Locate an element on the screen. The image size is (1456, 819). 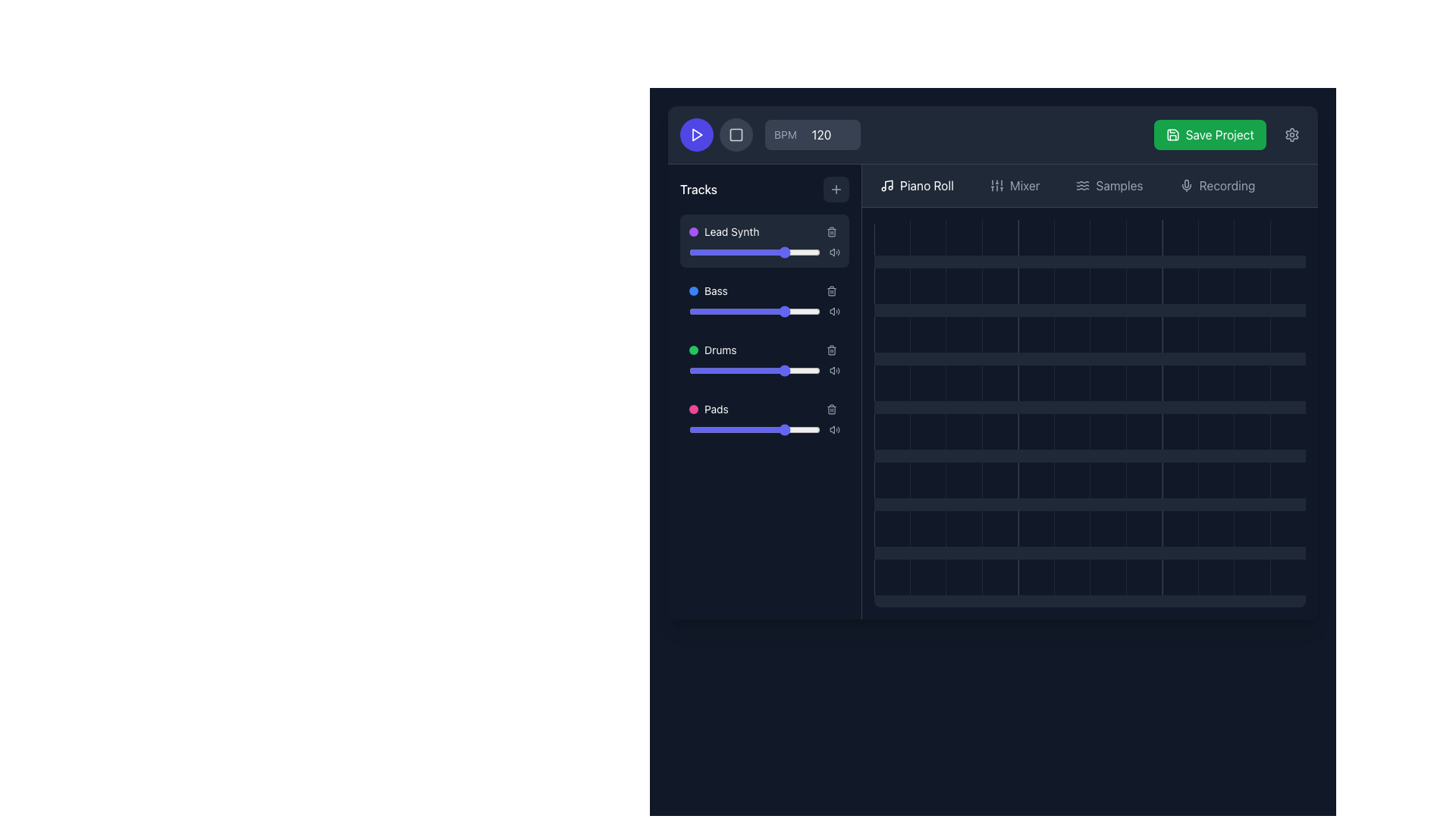
the slider value is located at coordinates (814, 311).